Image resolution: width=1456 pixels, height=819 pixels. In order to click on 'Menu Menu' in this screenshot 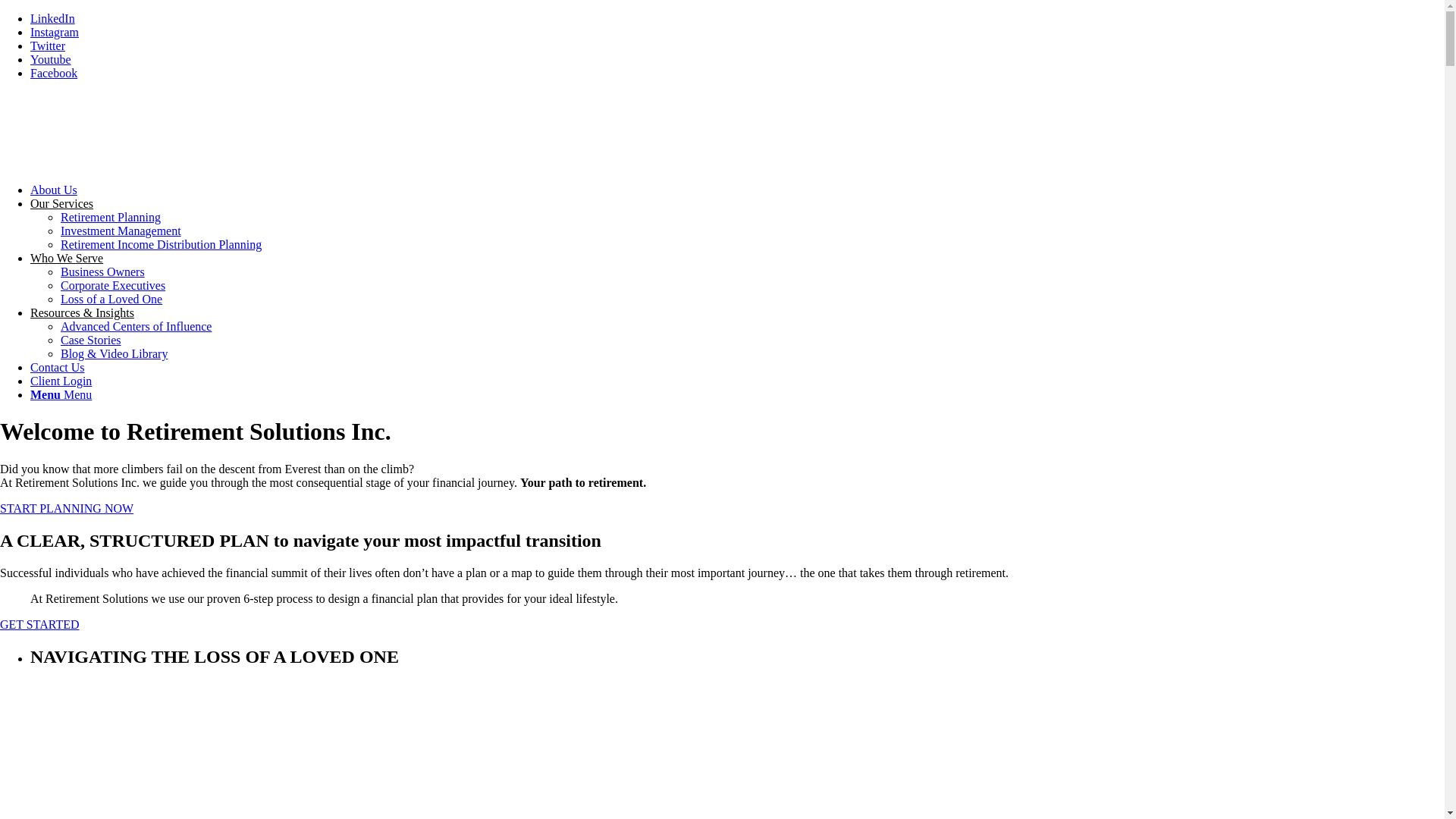, I will do `click(61, 394)`.